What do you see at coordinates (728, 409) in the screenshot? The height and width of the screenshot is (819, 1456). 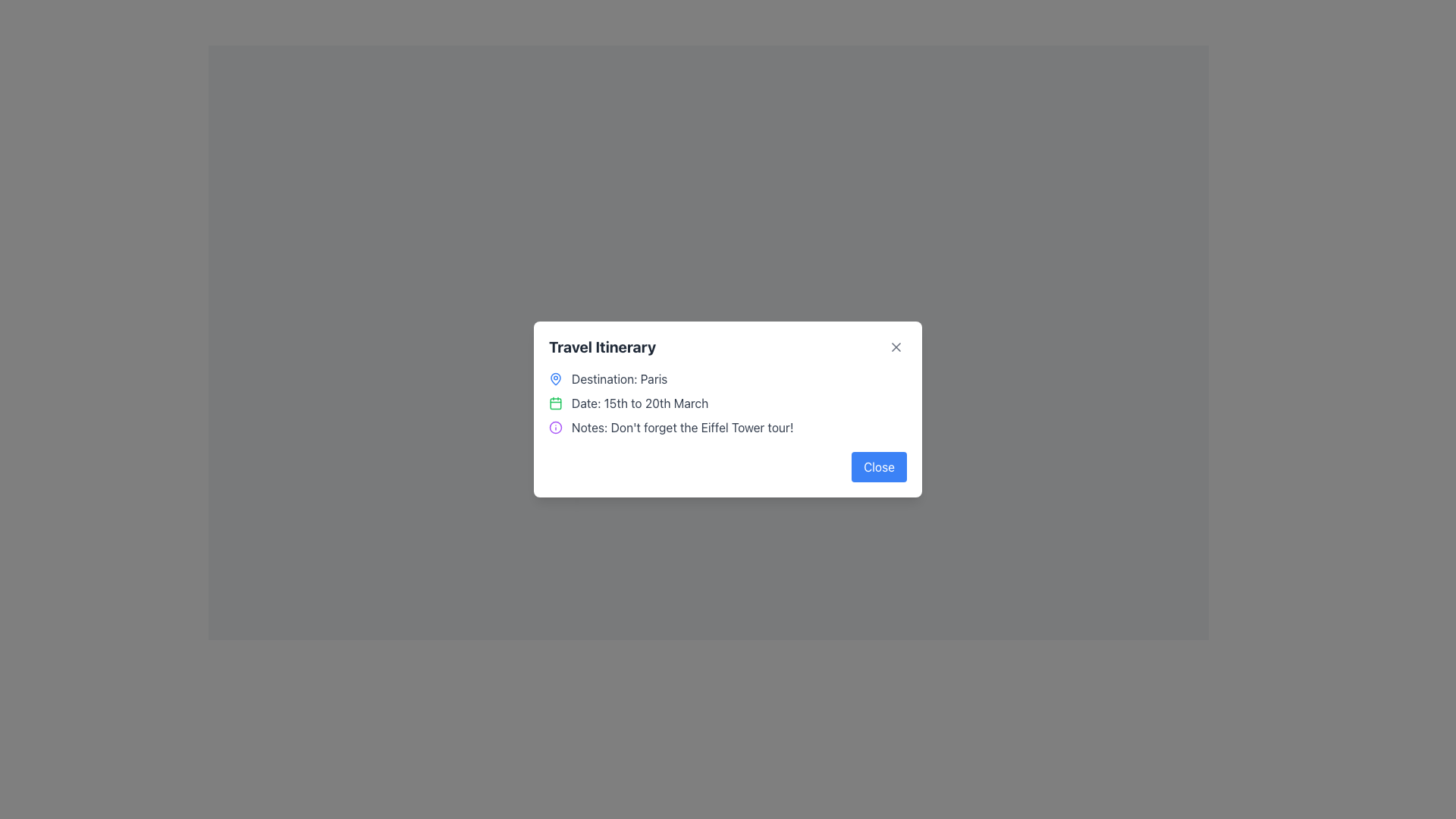 I see `the Informational Dialog Box titled 'Travel Itinerary' which contains details about the destination, date, and notes` at bounding box center [728, 409].